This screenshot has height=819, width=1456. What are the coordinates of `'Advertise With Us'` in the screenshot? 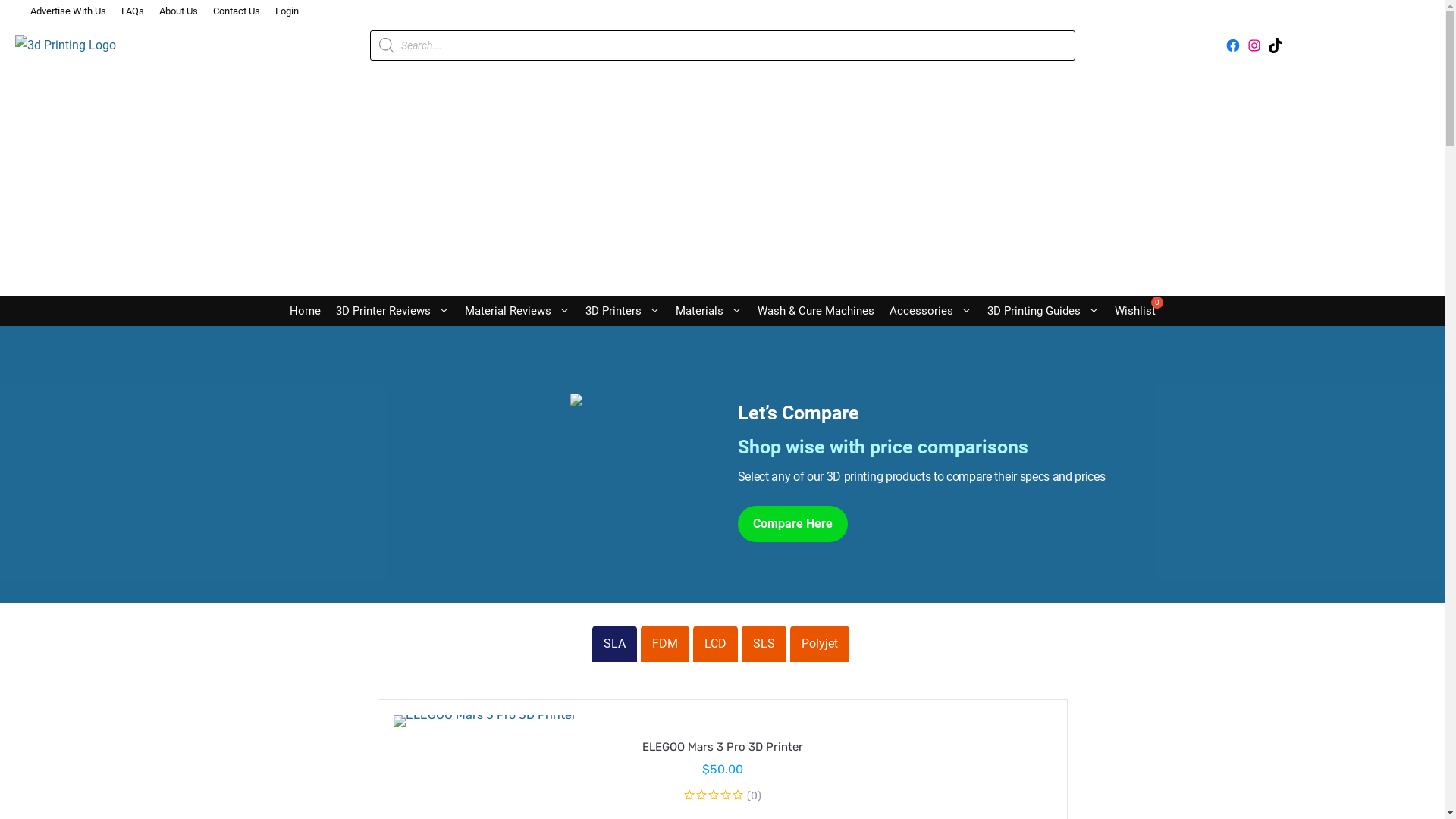 It's located at (67, 11).